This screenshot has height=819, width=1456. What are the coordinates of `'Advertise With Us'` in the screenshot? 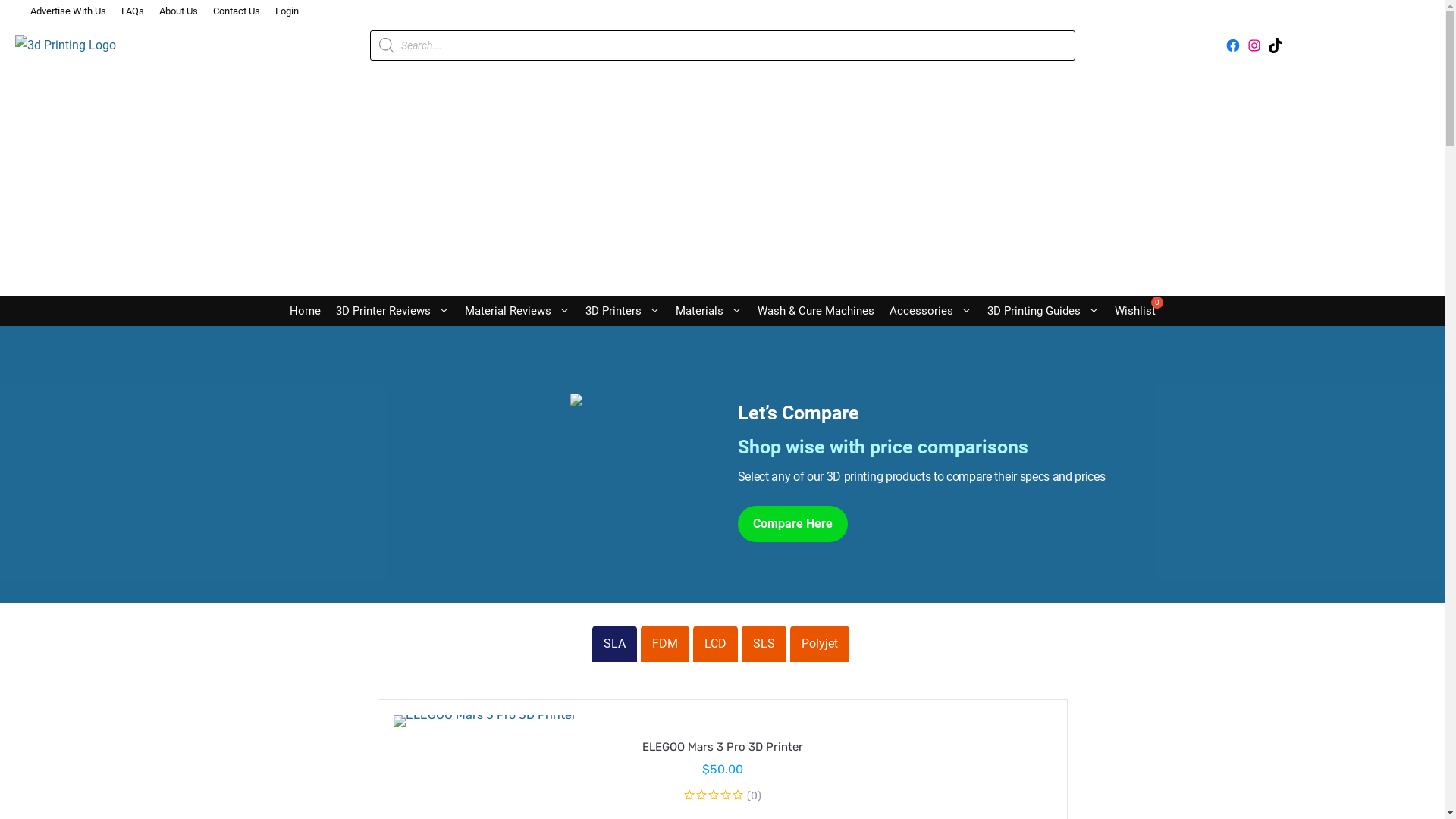 It's located at (67, 11).